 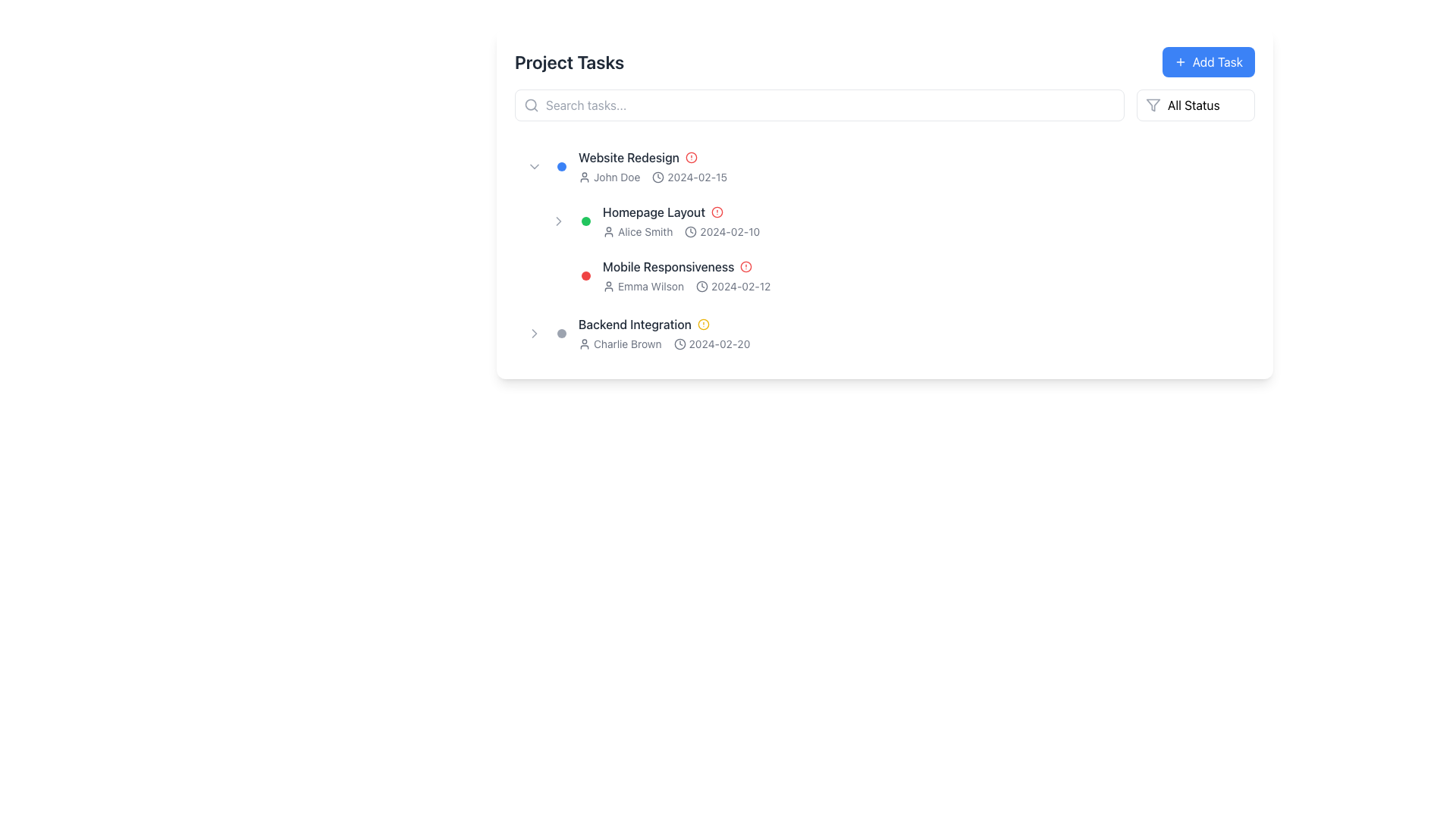 What do you see at coordinates (689, 177) in the screenshot?
I see `date display showing '2024-02-15' next to the clock icon, which is aligned horizontally in a subtle gray tone, located to the right of 'John Doe' under the 'Website Redesign' project task` at bounding box center [689, 177].